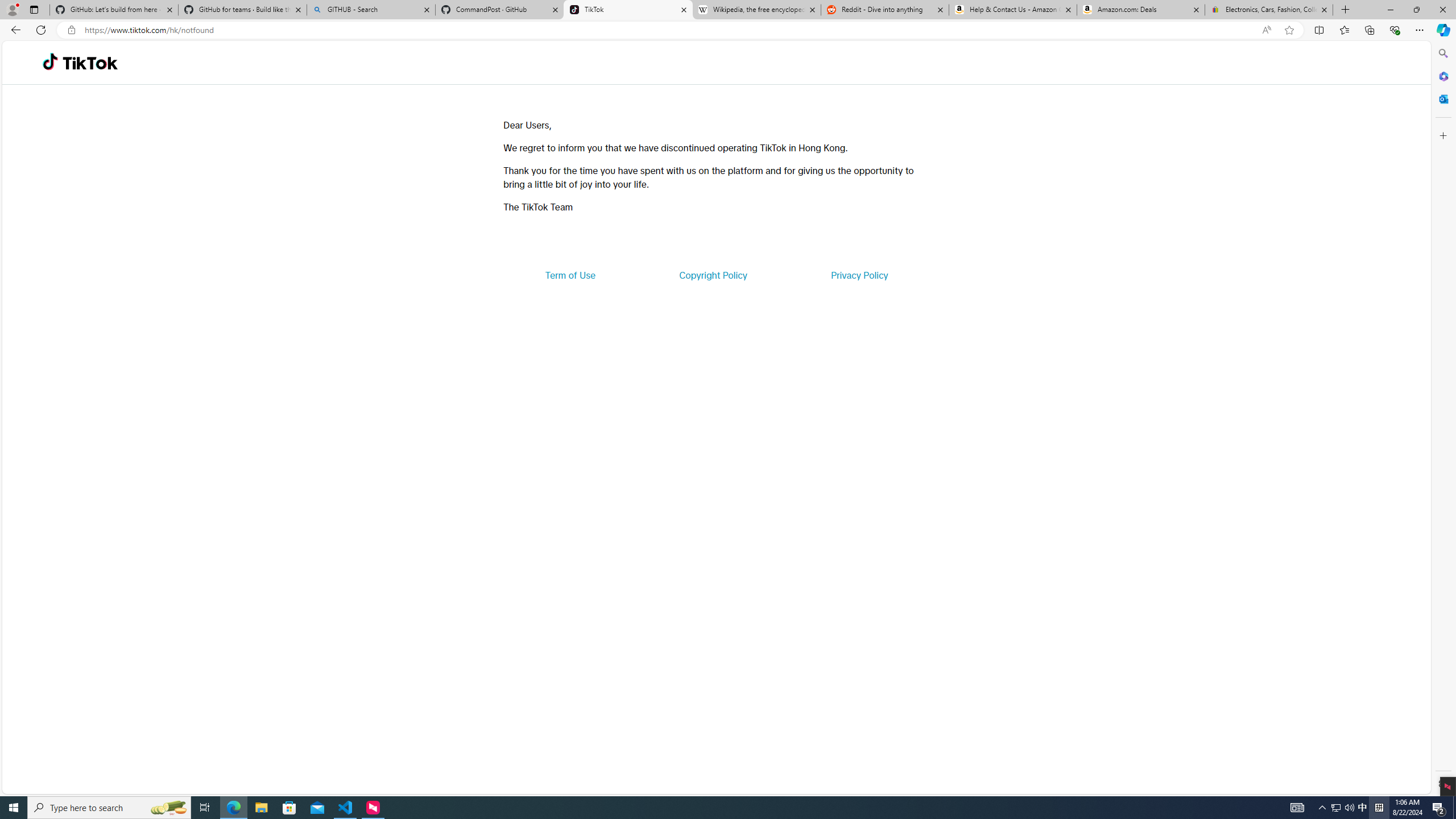 The width and height of the screenshot is (1456, 819). I want to click on 'Restore', so click(1416, 9).